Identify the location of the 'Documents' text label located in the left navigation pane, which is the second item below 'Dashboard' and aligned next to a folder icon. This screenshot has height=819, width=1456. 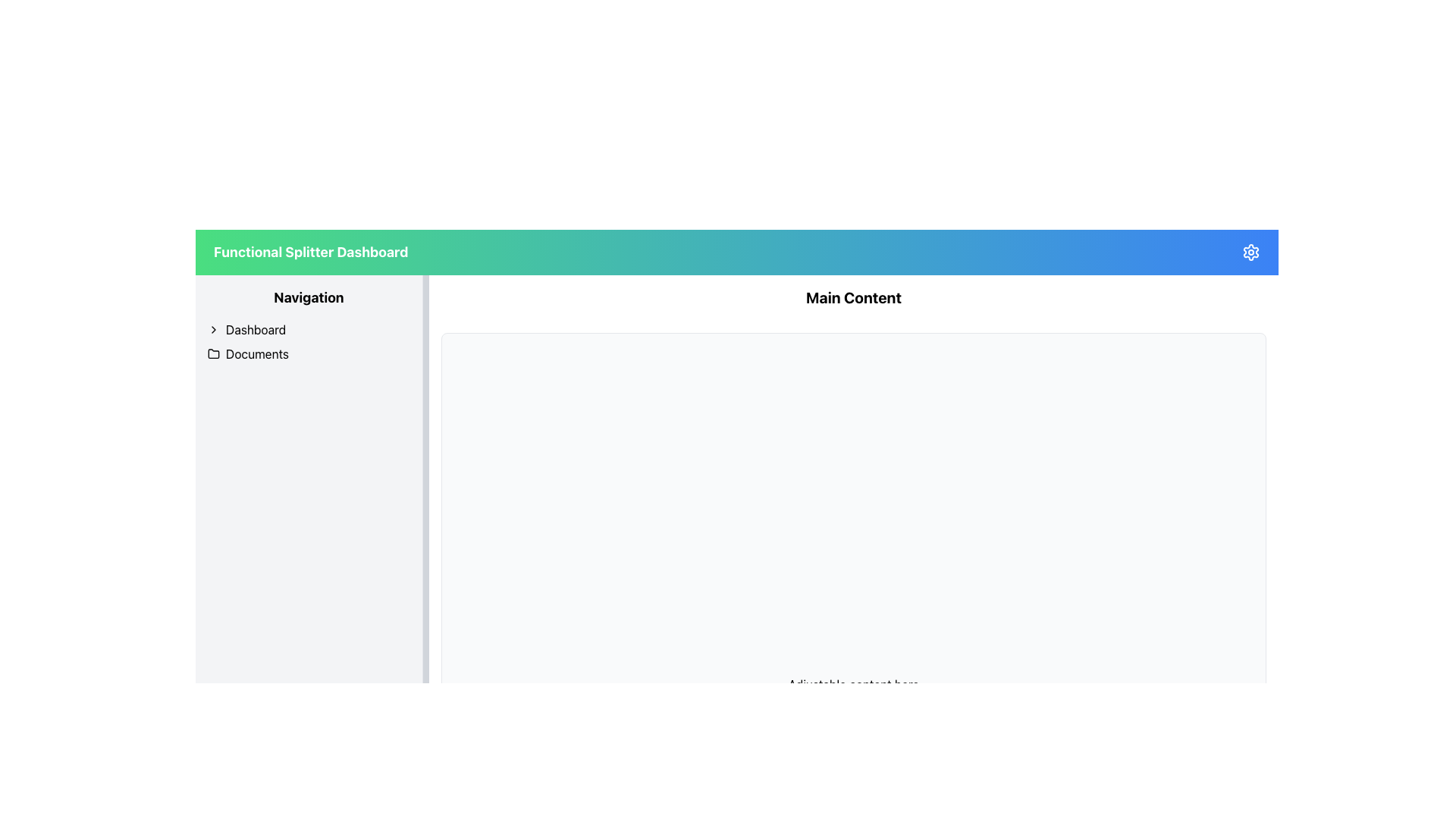
(257, 353).